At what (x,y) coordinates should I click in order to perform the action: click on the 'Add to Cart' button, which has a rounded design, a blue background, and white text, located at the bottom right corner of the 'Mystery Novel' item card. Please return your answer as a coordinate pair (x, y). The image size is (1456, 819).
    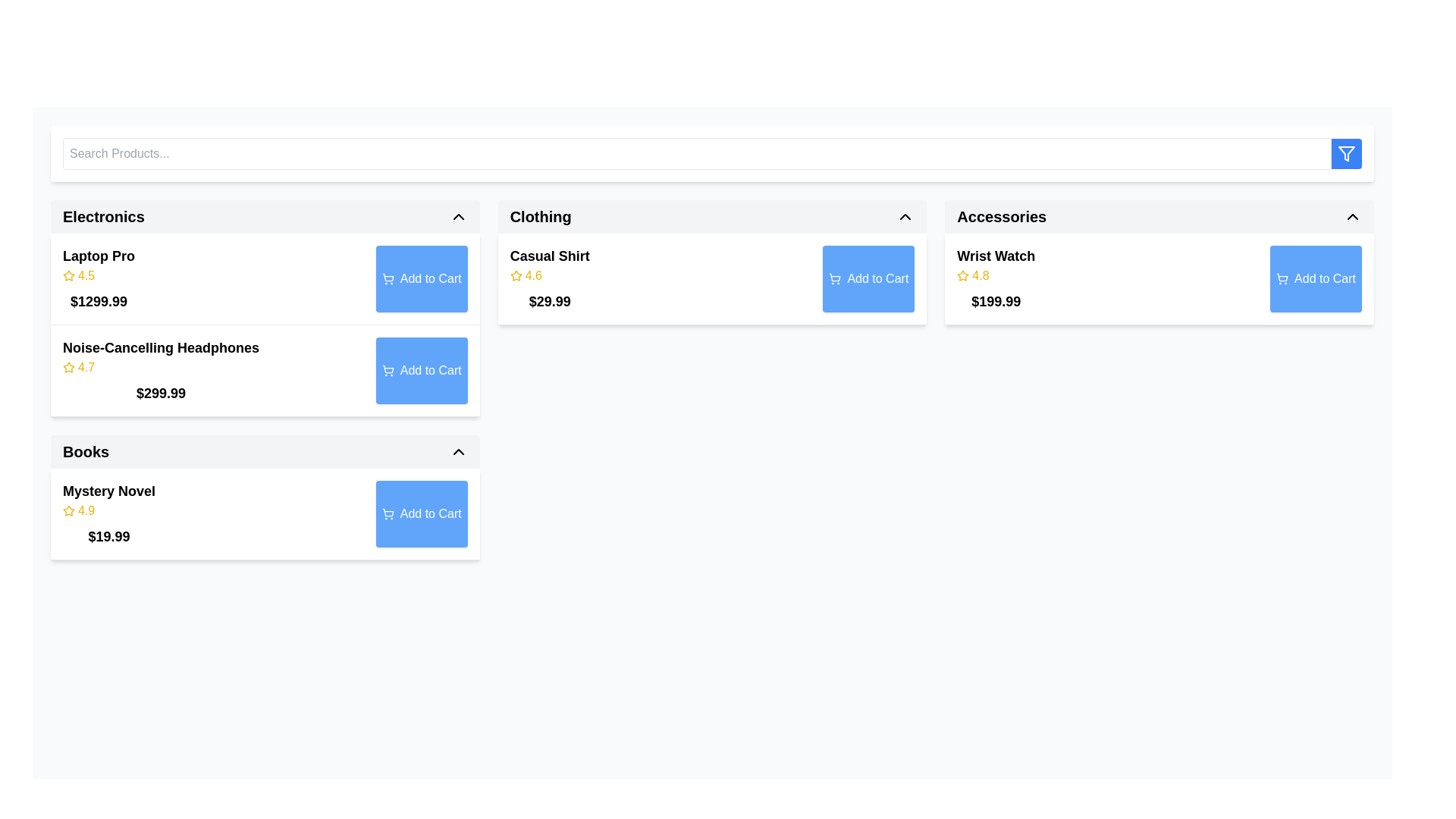
    Looking at the image, I should click on (422, 513).